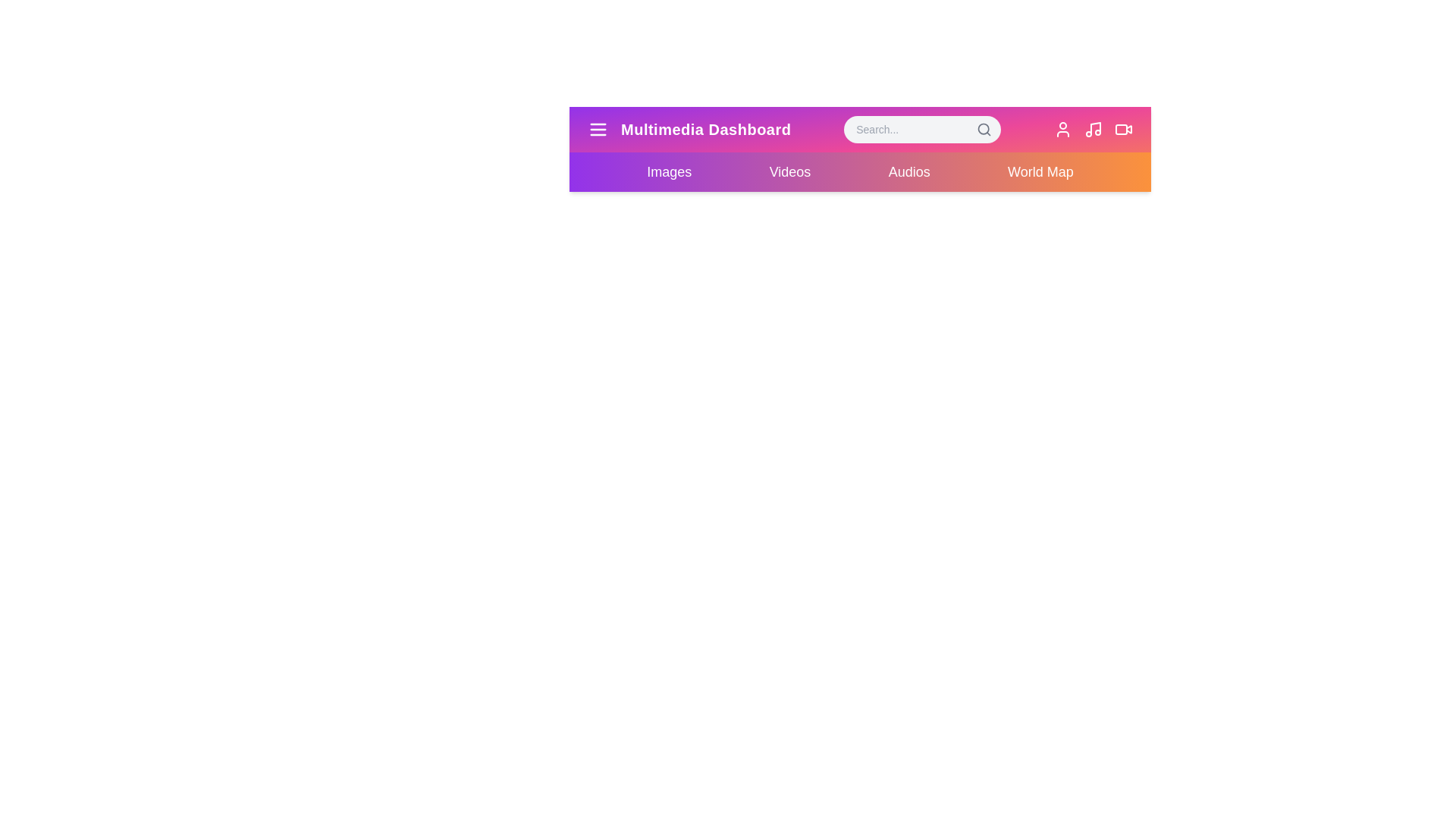 This screenshot has height=819, width=1456. Describe the element at coordinates (1062, 128) in the screenshot. I see `the user icon to access the user profile` at that location.